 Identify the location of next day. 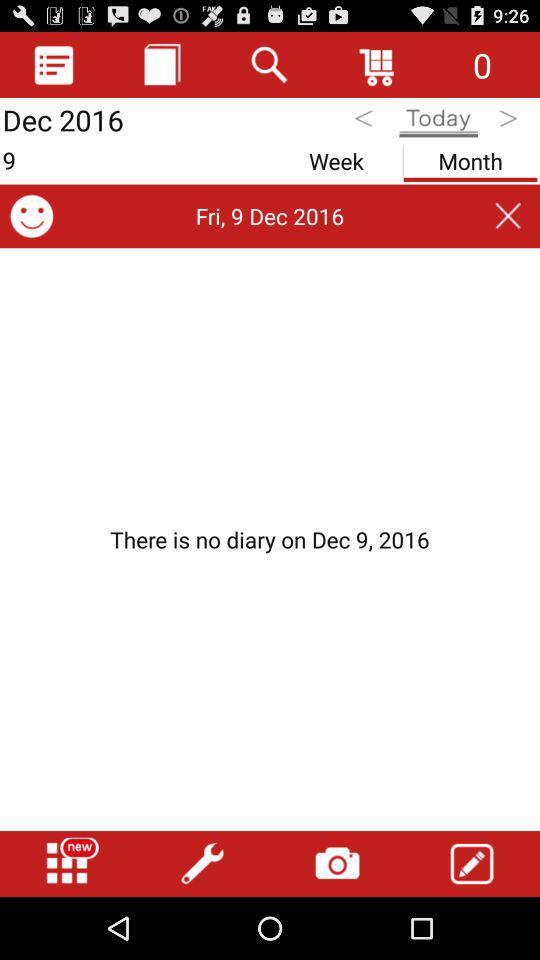
(510, 121).